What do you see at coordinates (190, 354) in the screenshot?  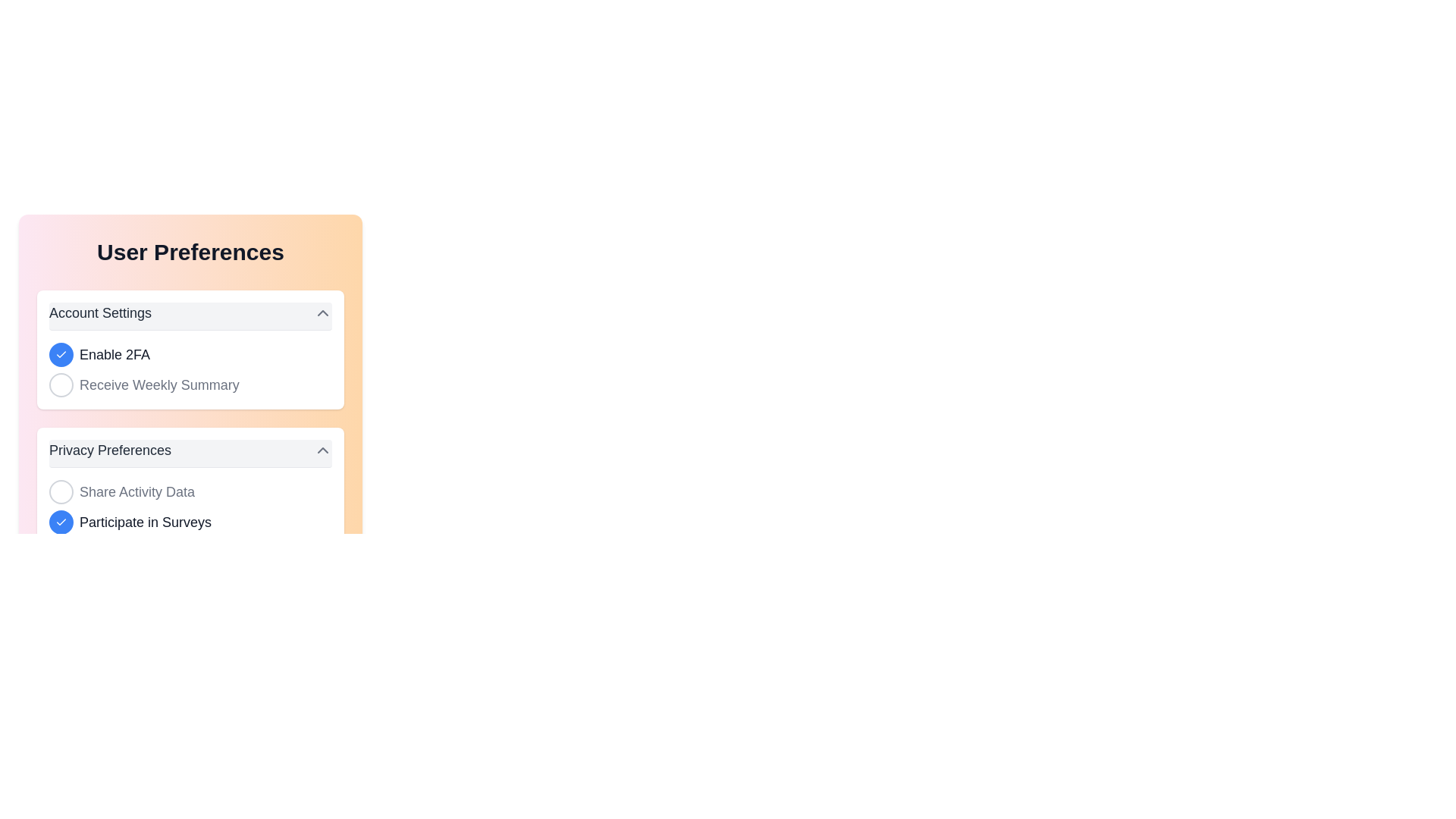 I see `the blue circular checkbox for the 'Enable 2FA' option in the user preferences menu` at bounding box center [190, 354].